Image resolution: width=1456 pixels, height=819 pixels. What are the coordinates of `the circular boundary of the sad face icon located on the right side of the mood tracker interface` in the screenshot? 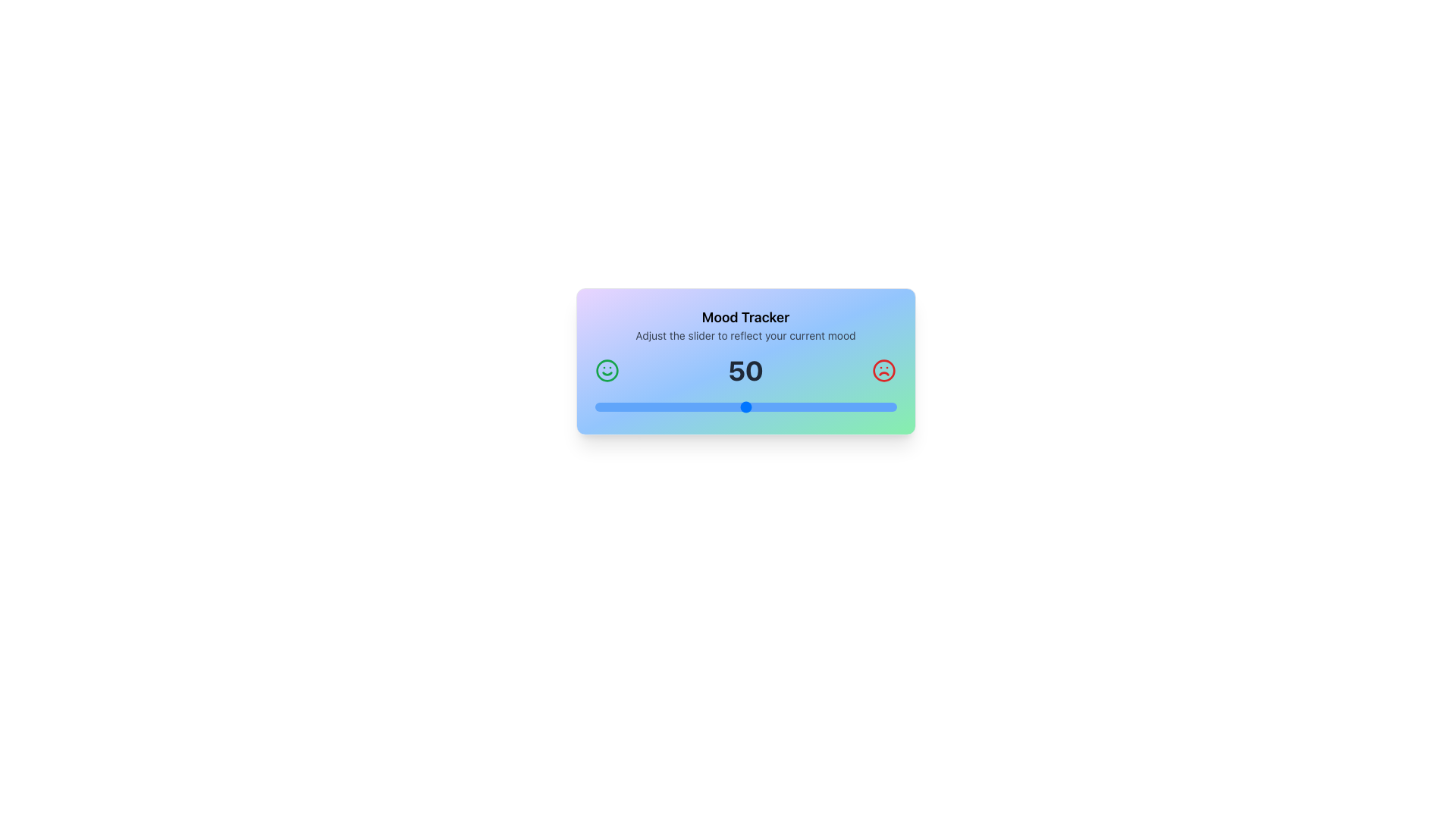 It's located at (884, 371).